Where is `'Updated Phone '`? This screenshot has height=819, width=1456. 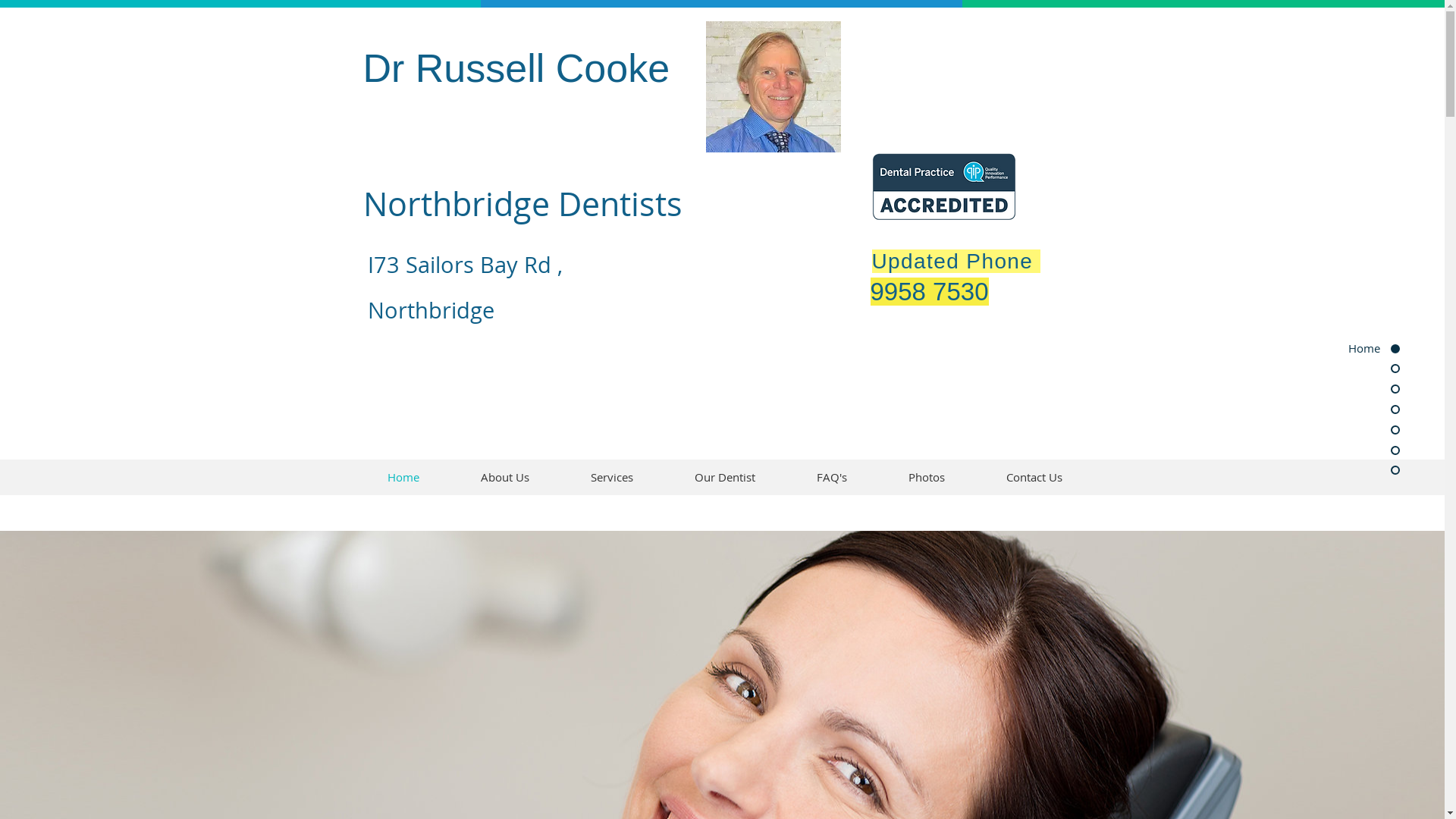
'Updated Phone ' is located at coordinates (872, 260).